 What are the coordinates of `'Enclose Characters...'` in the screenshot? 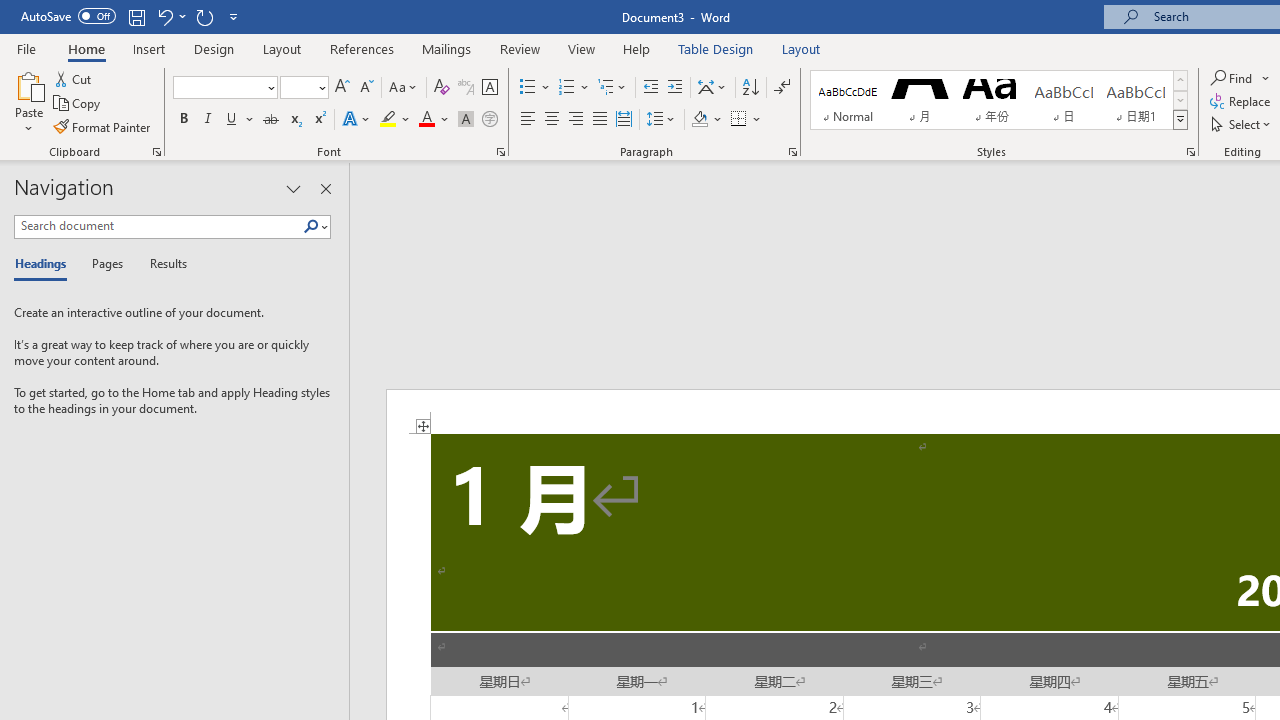 It's located at (489, 119).